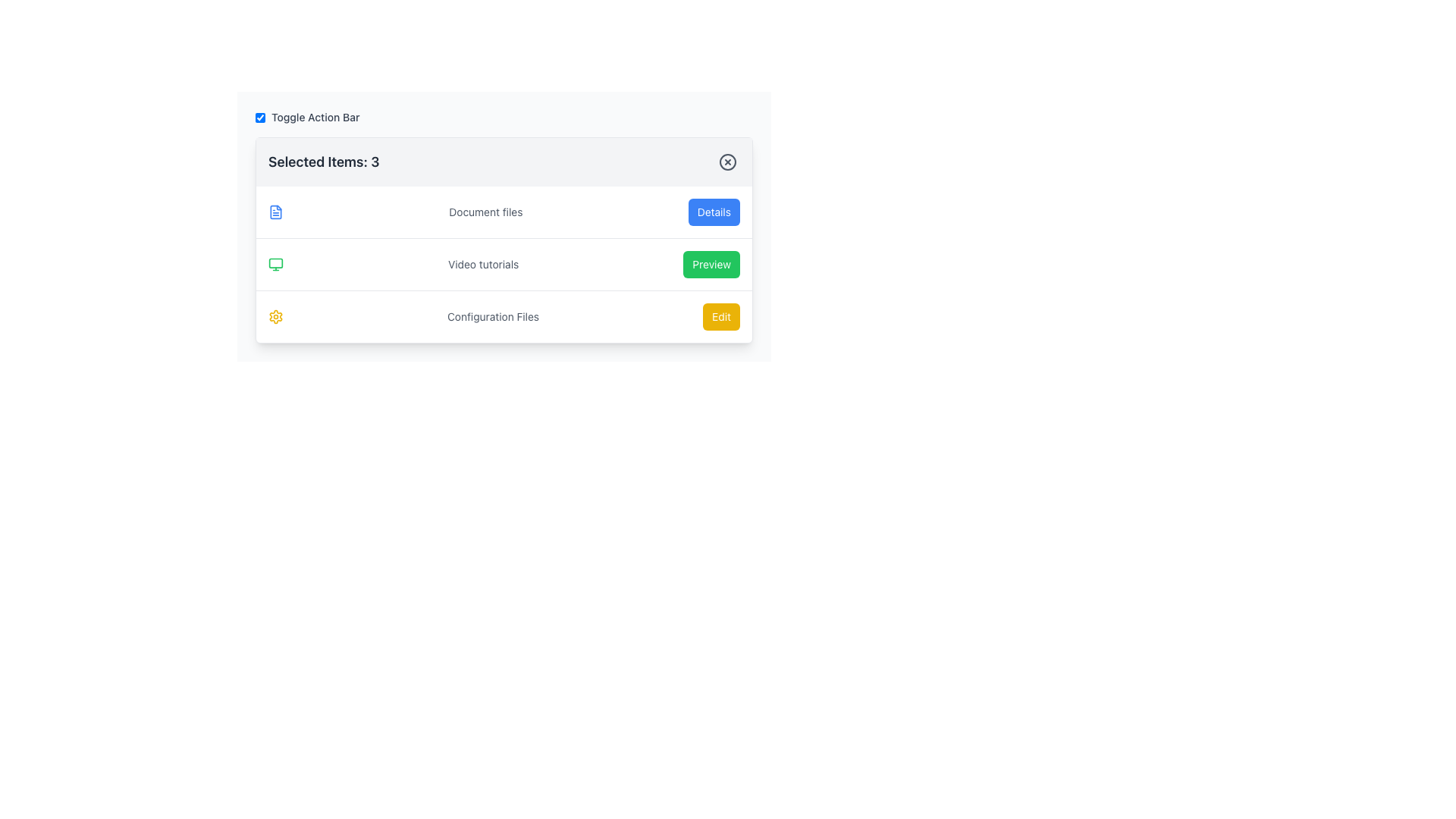 This screenshot has width=1456, height=819. What do you see at coordinates (711, 263) in the screenshot?
I see `the green button labeled 'Preview' in the 'Video tutorials' section to change its background color` at bounding box center [711, 263].